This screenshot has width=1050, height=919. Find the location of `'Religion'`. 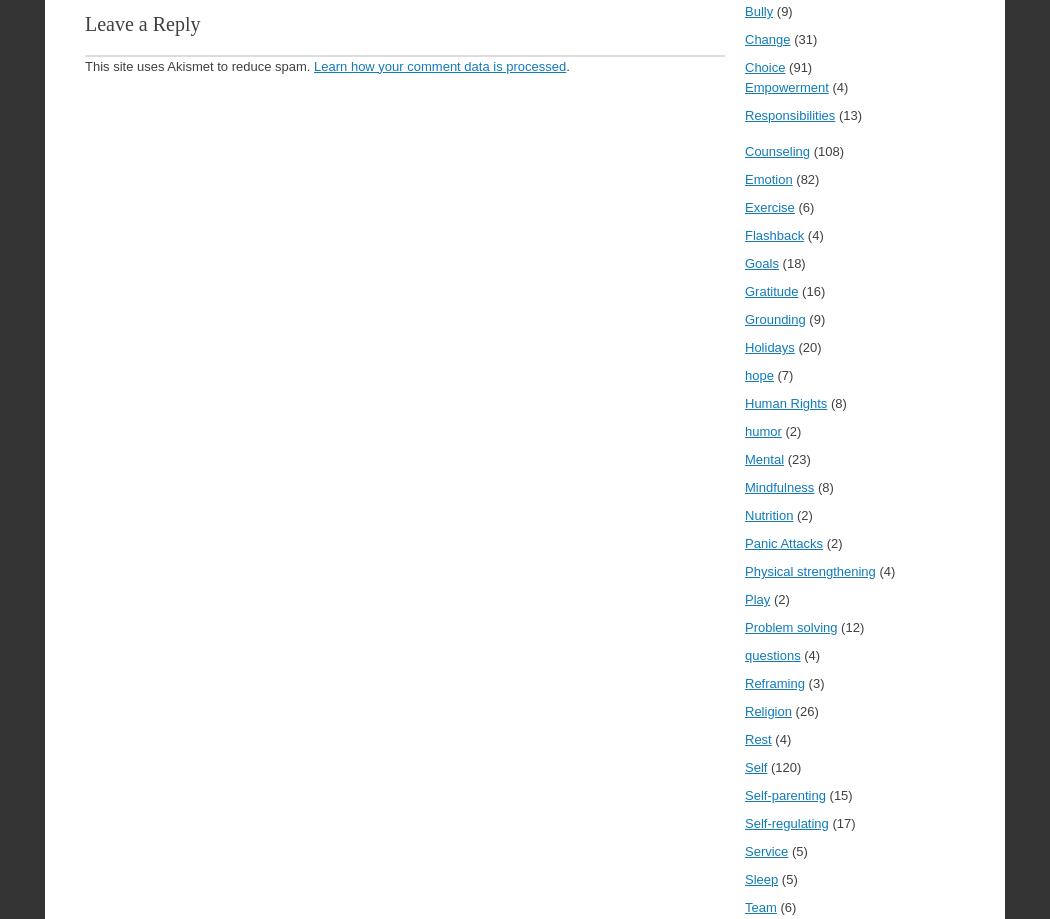

'Religion' is located at coordinates (767, 710).